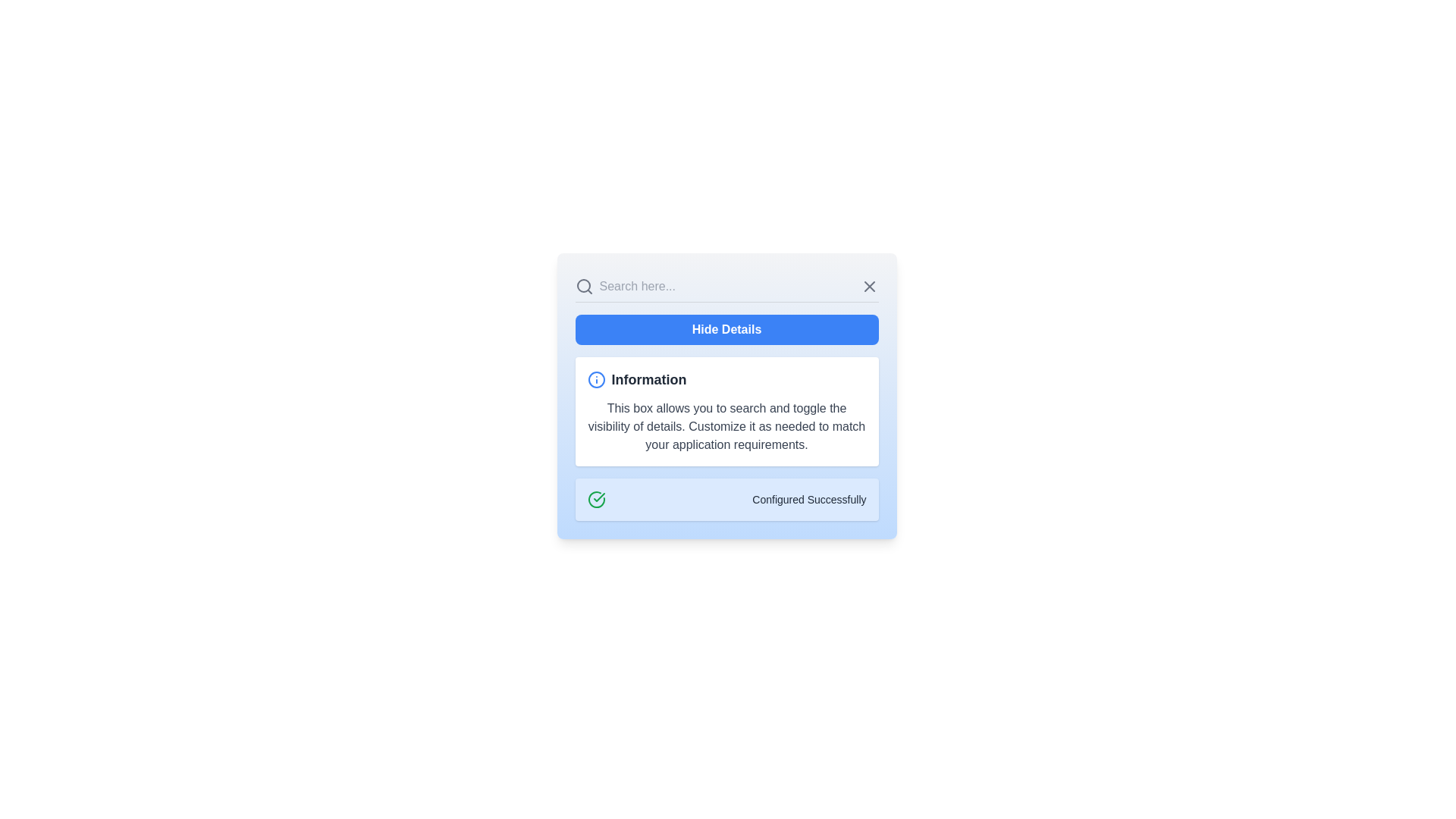  What do you see at coordinates (595, 379) in the screenshot?
I see `the circular blue outlined icon resembling an 'info' symbol, located adjacent to the 'Information' text` at bounding box center [595, 379].